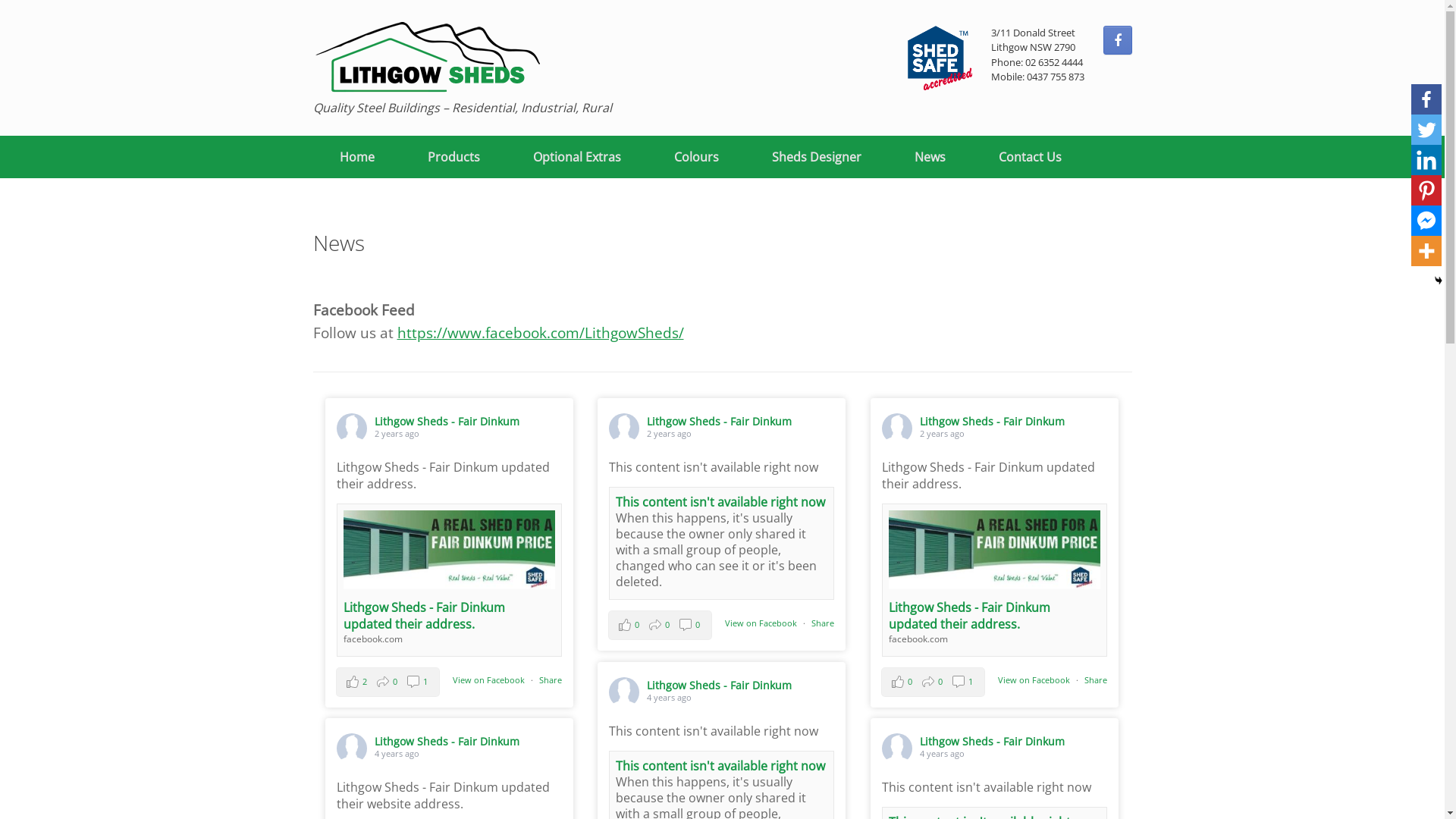  What do you see at coordinates (541, 331) in the screenshot?
I see `'https://www.facebook.com/LithgowSheds/'` at bounding box center [541, 331].